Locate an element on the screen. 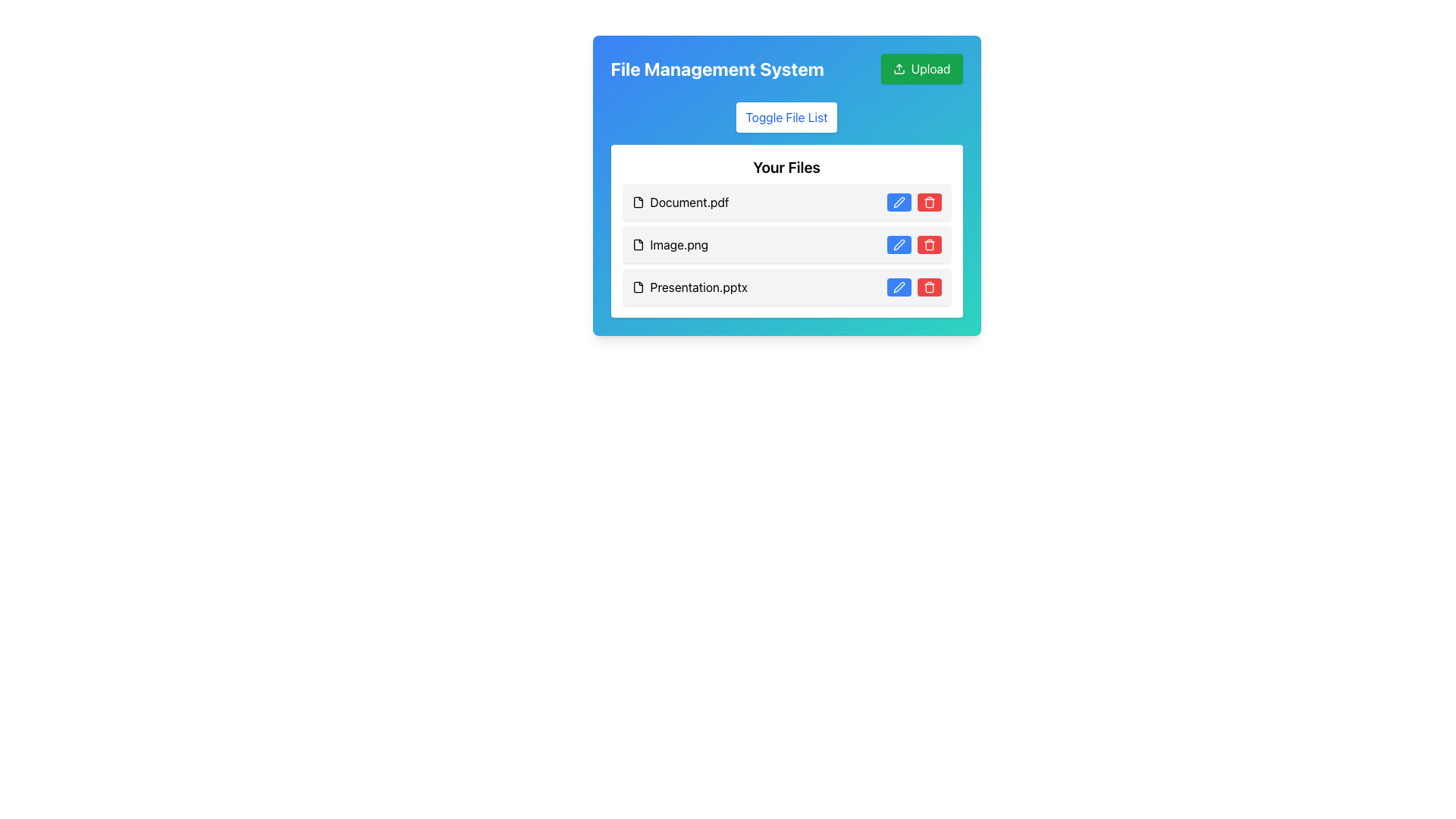 The image size is (1456, 819). the document icon, represented as an SVG graphic, located next to the text 'Document.pdf' in the file list is located at coordinates (638, 201).